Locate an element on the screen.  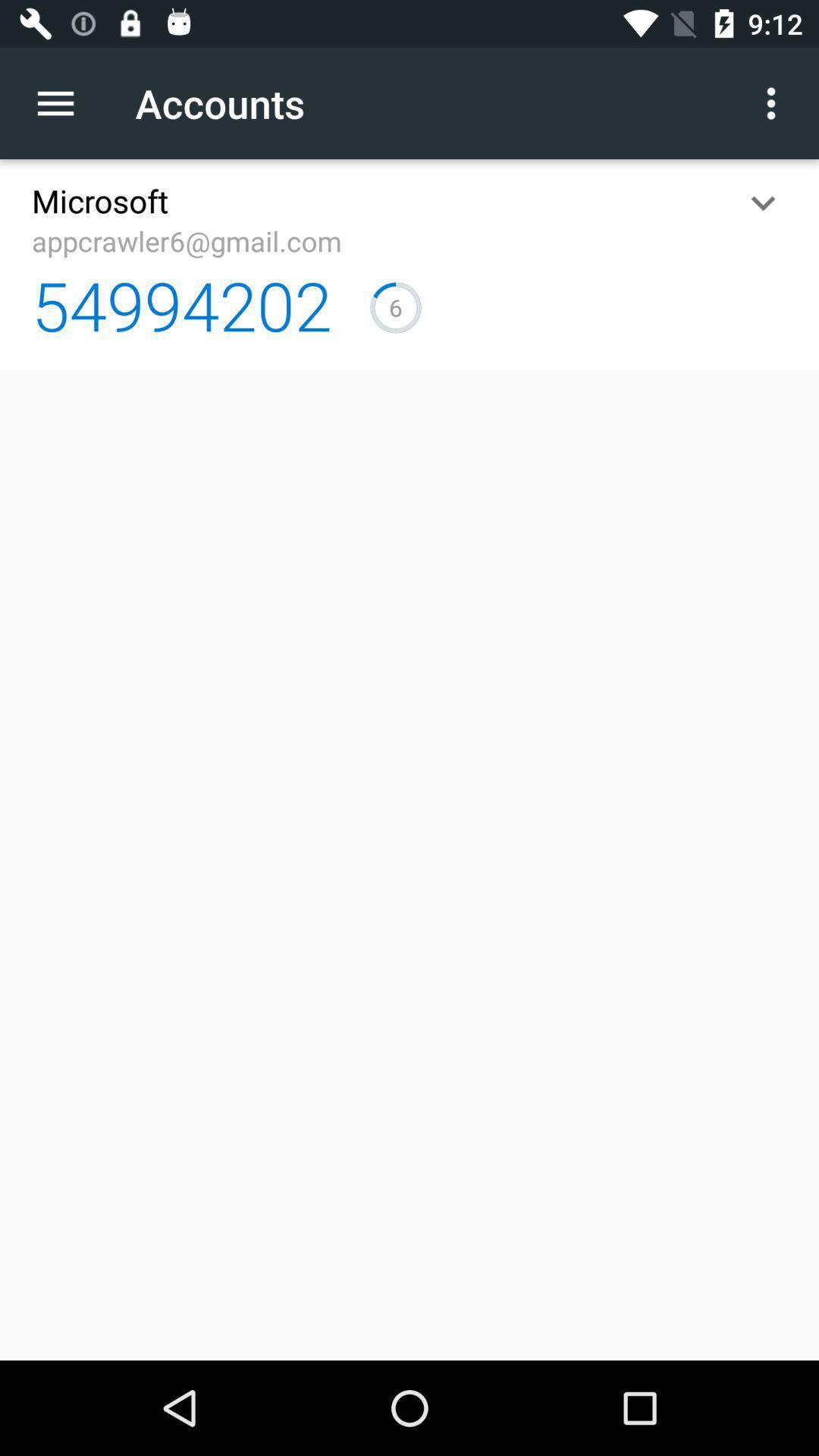
app above the 54994202 item is located at coordinates (186, 240).